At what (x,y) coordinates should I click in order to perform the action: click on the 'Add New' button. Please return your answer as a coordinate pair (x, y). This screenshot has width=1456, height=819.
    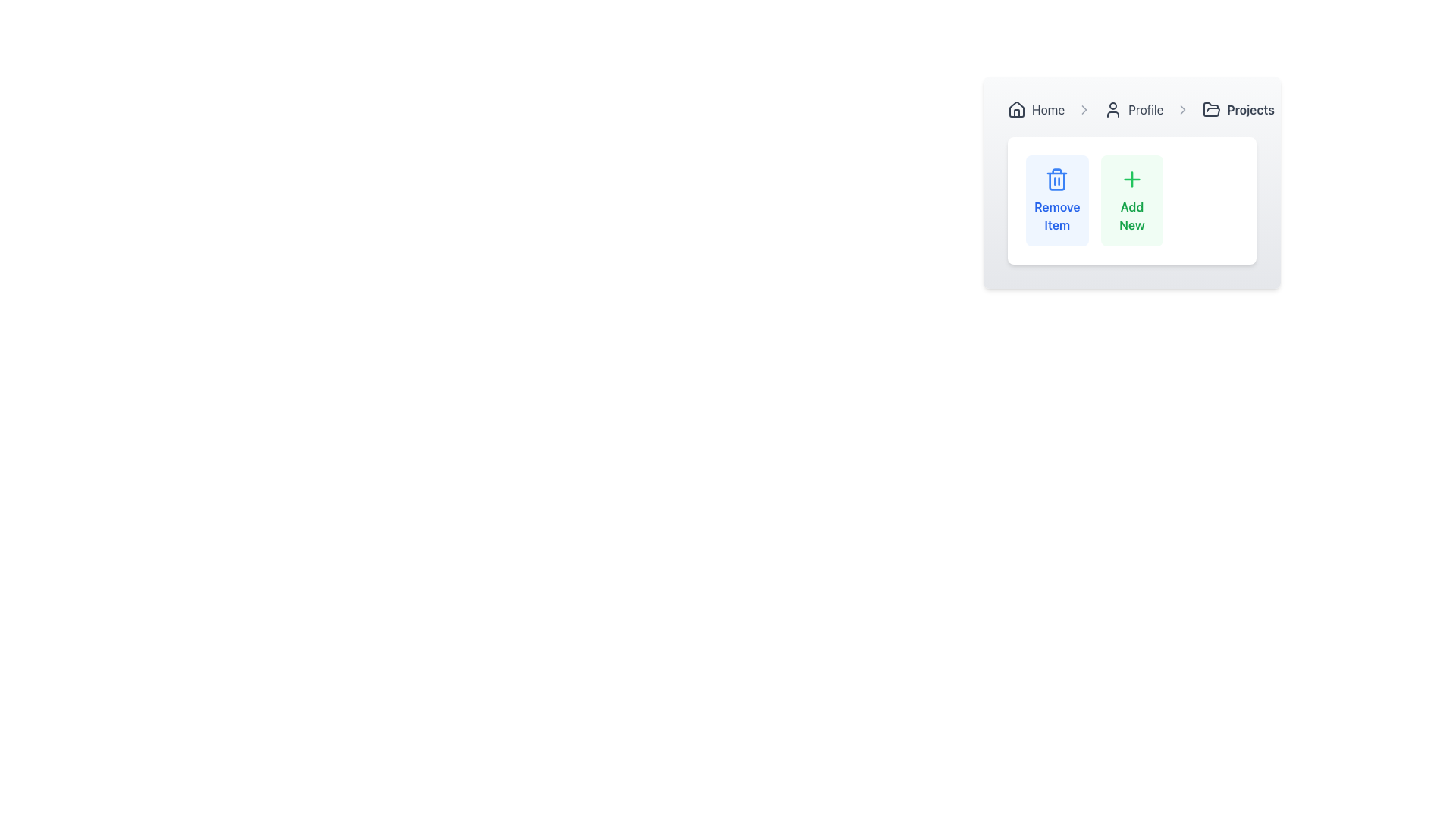
    Looking at the image, I should click on (1131, 200).